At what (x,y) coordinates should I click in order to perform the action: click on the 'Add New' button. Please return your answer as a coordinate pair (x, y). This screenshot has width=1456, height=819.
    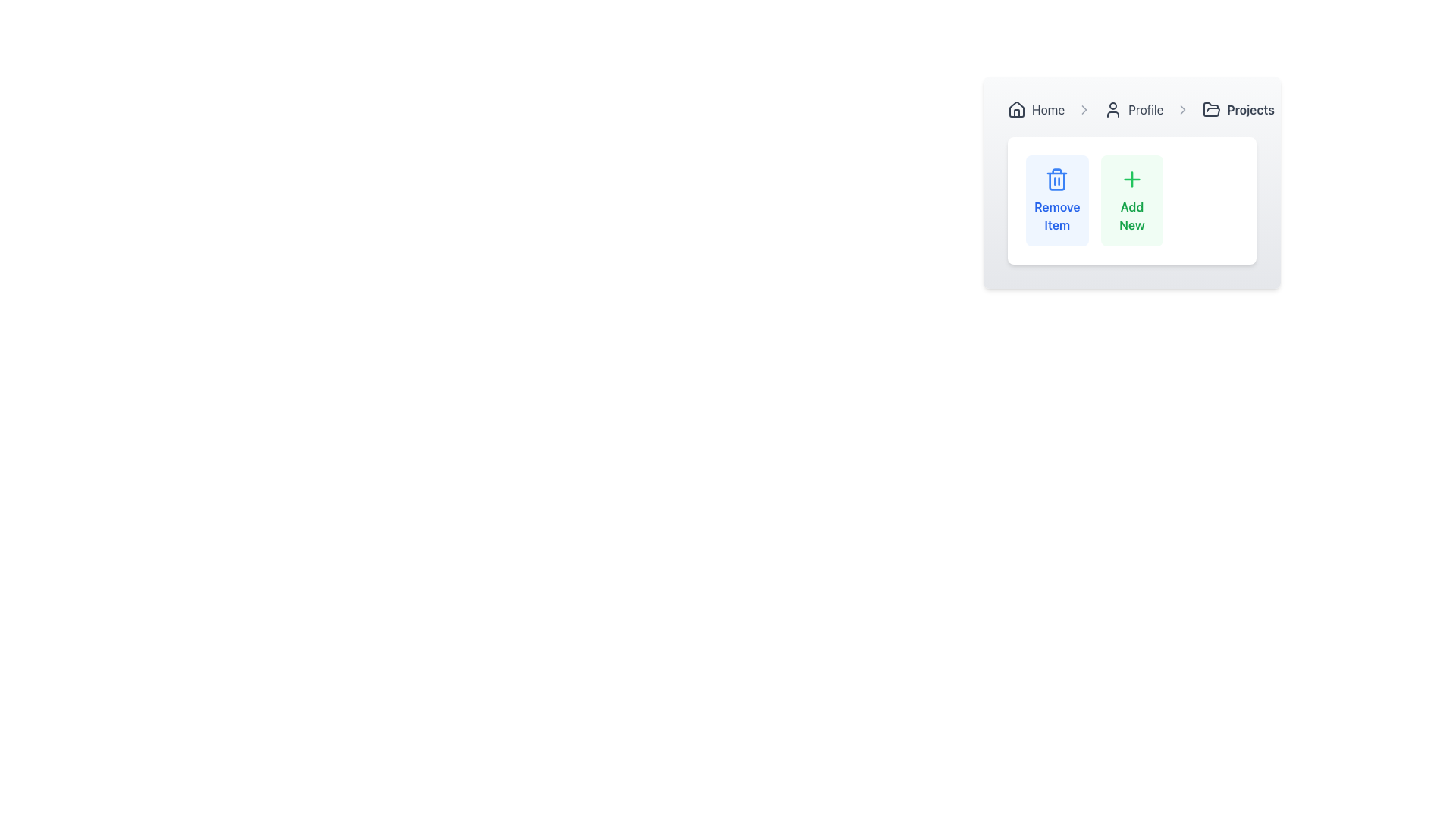
    Looking at the image, I should click on (1131, 200).